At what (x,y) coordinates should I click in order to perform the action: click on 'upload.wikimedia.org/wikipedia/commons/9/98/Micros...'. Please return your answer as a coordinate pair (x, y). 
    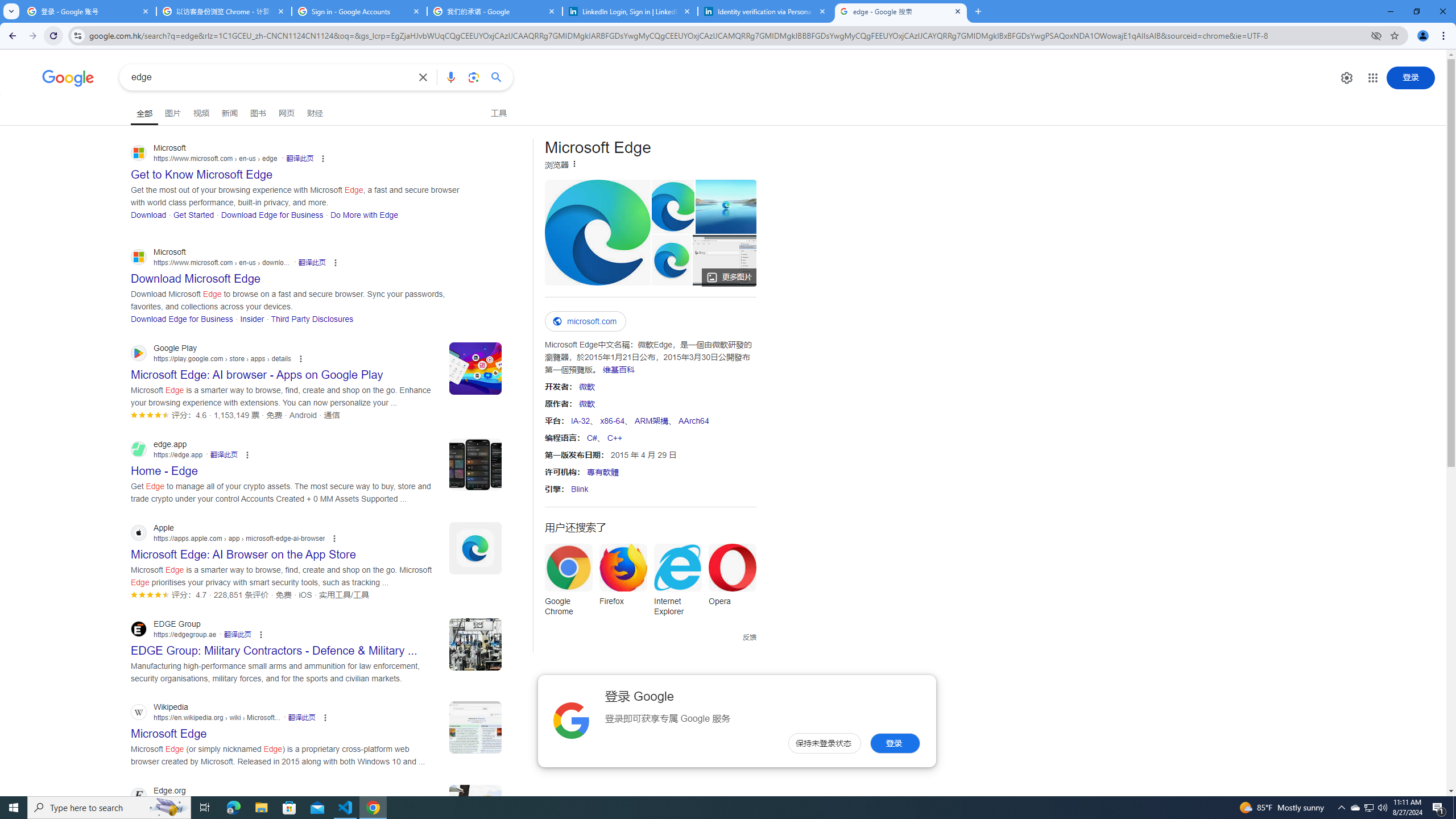
    Looking at the image, I should click on (597, 231).